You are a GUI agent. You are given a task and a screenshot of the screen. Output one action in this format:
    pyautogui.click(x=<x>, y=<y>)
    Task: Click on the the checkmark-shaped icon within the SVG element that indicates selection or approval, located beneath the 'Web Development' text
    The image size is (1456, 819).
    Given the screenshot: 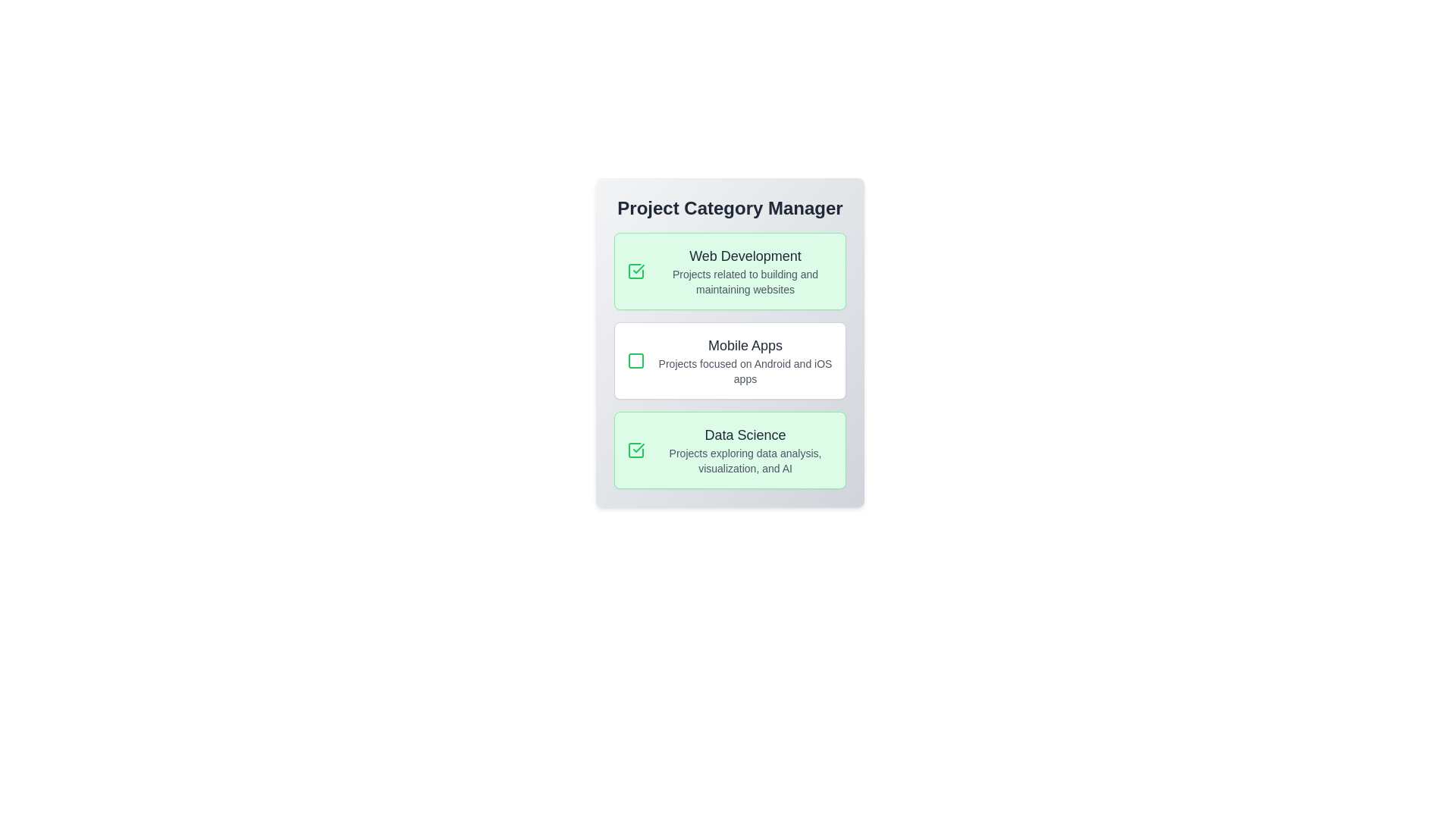 What is the action you would take?
    pyautogui.click(x=639, y=268)
    